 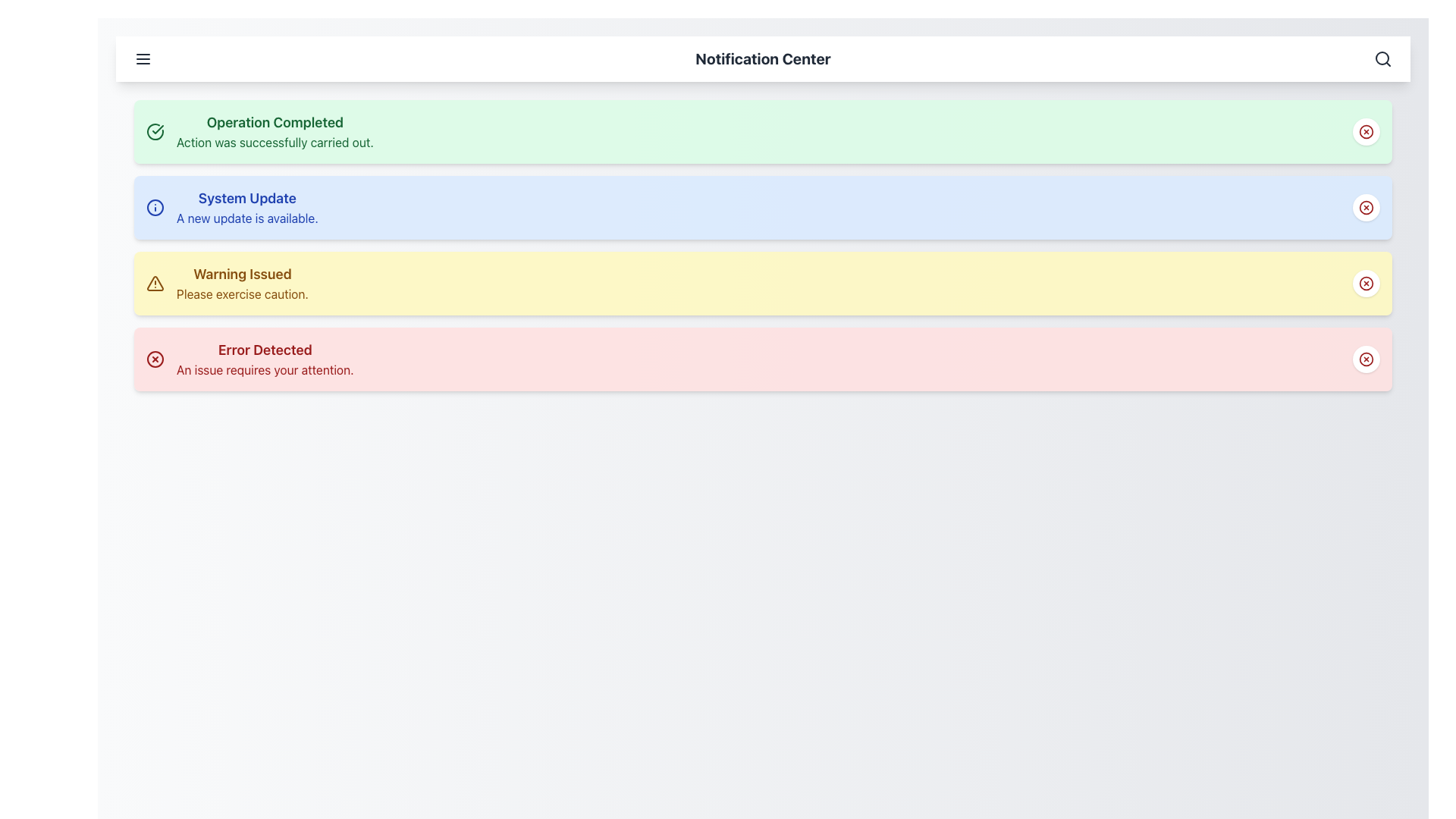 I want to click on the close icon button located at the topmost right side of the green notification bar labeled 'Operation Completed' and interact with it using keyboard focus, so click(x=1366, y=130).